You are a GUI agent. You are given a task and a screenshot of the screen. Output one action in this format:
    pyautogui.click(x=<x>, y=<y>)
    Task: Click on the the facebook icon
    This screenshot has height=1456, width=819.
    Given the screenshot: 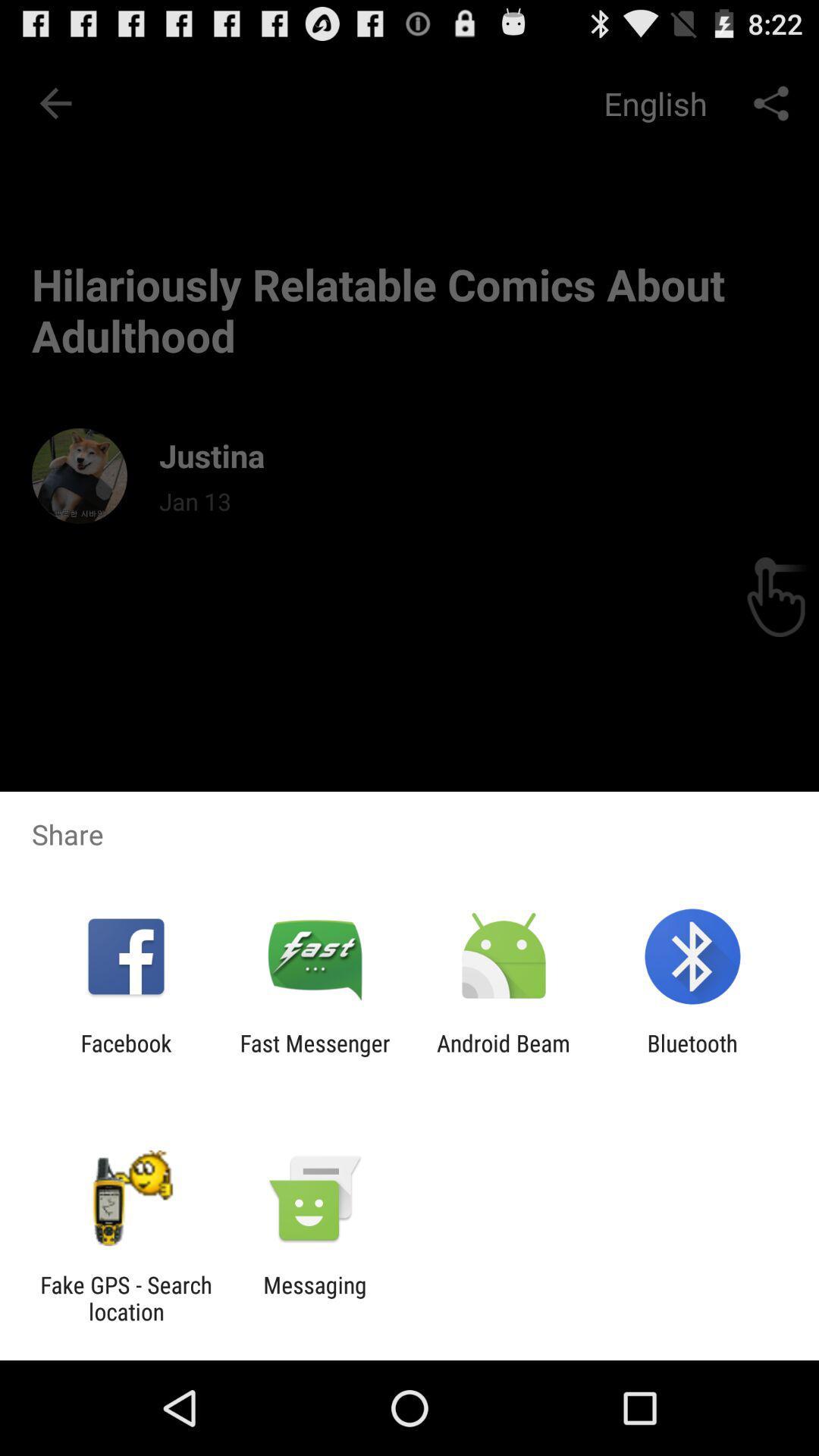 What is the action you would take?
    pyautogui.click(x=125, y=1056)
    